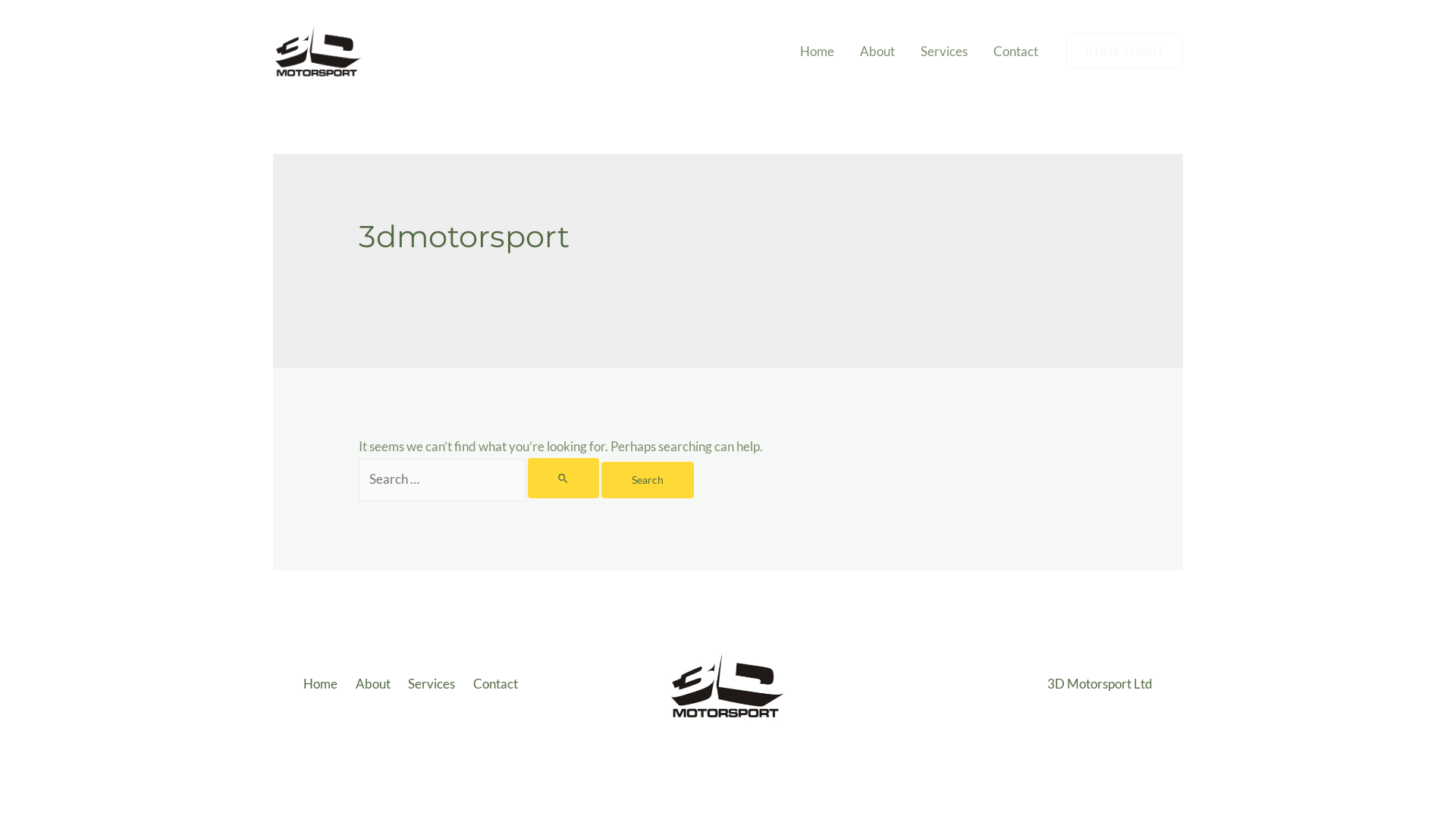 This screenshot has height=819, width=1456. What do you see at coordinates (375, 684) in the screenshot?
I see `'About'` at bounding box center [375, 684].